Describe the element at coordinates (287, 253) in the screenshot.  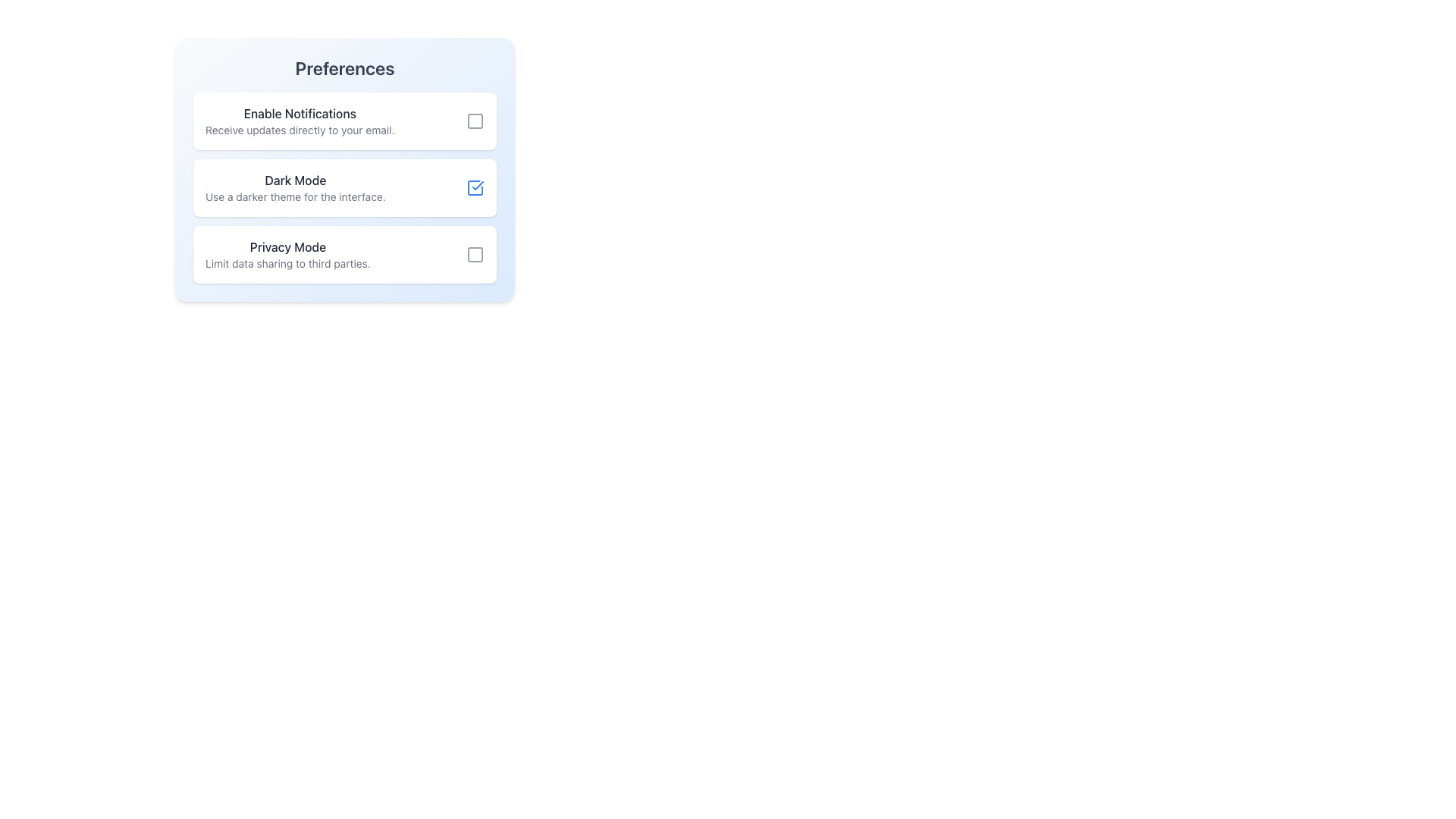
I see `the Text Block (Label) that describes the 'Privacy Mode' setting, which is the third option in the settings list` at that location.